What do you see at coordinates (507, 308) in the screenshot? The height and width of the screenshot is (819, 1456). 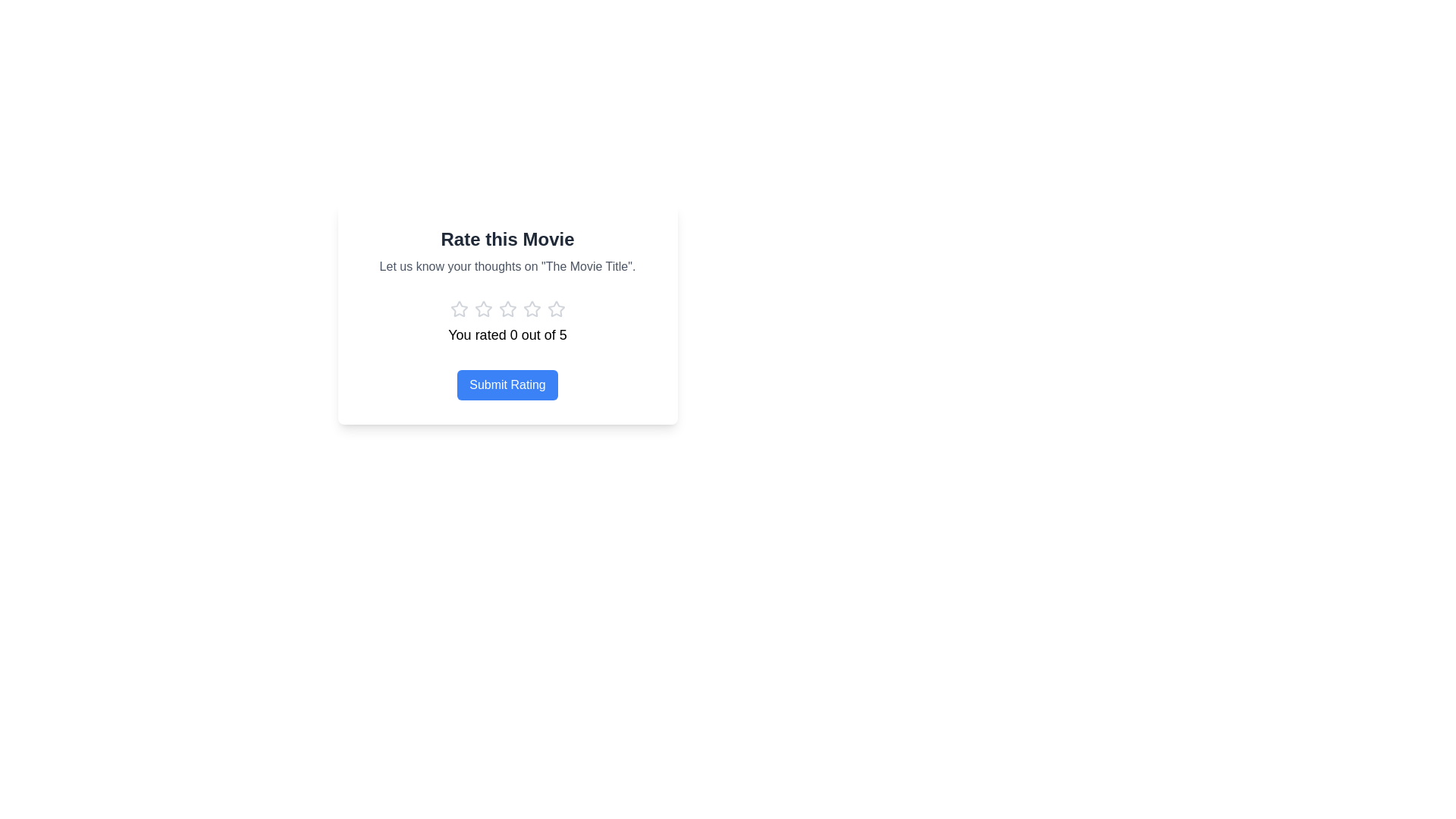 I see `the second star icon in the user rating interface` at bounding box center [507, 308].